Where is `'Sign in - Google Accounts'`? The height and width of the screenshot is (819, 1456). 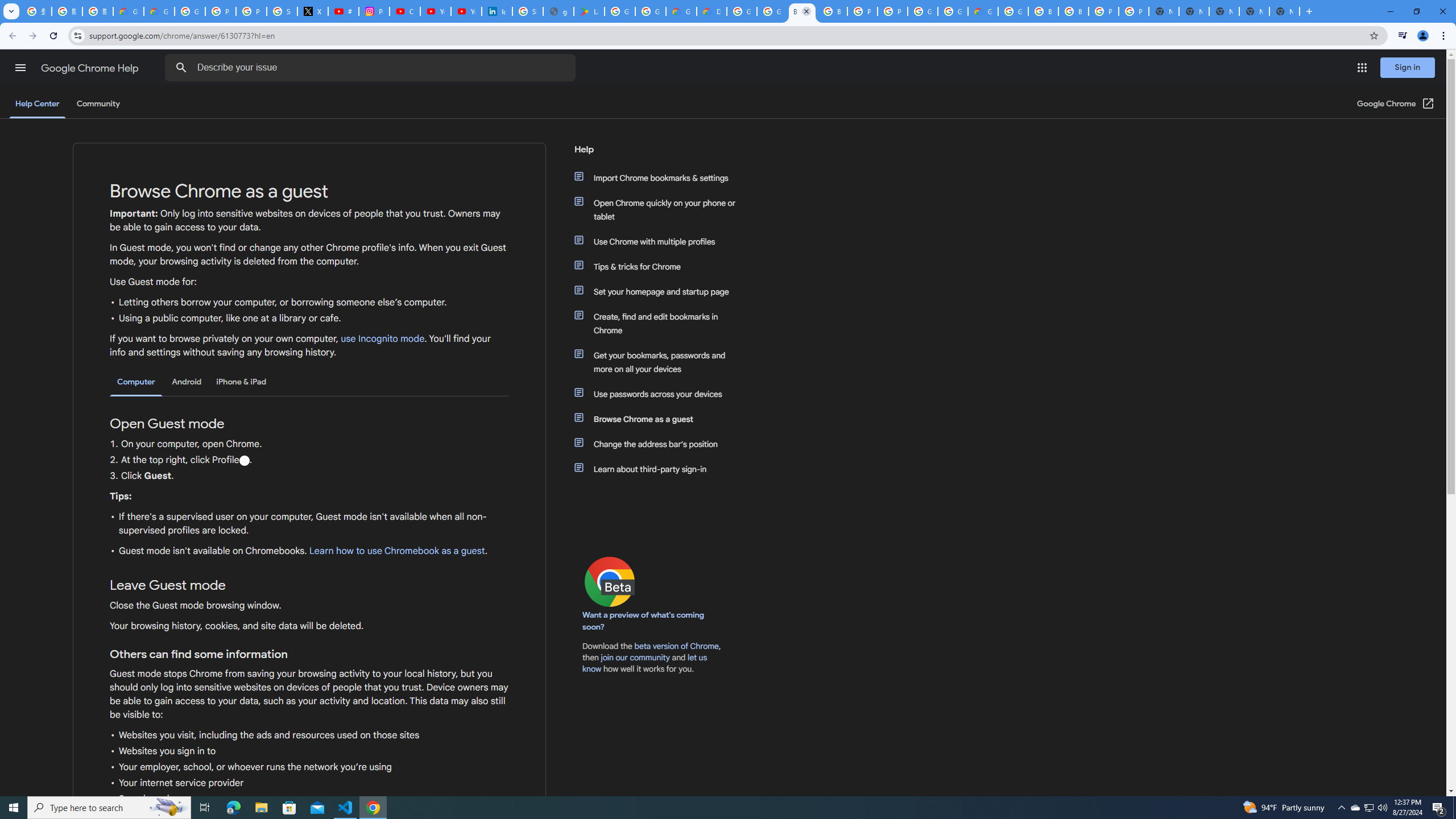
'Sign in - Google Accounts' is located at coordinates (282, 11).